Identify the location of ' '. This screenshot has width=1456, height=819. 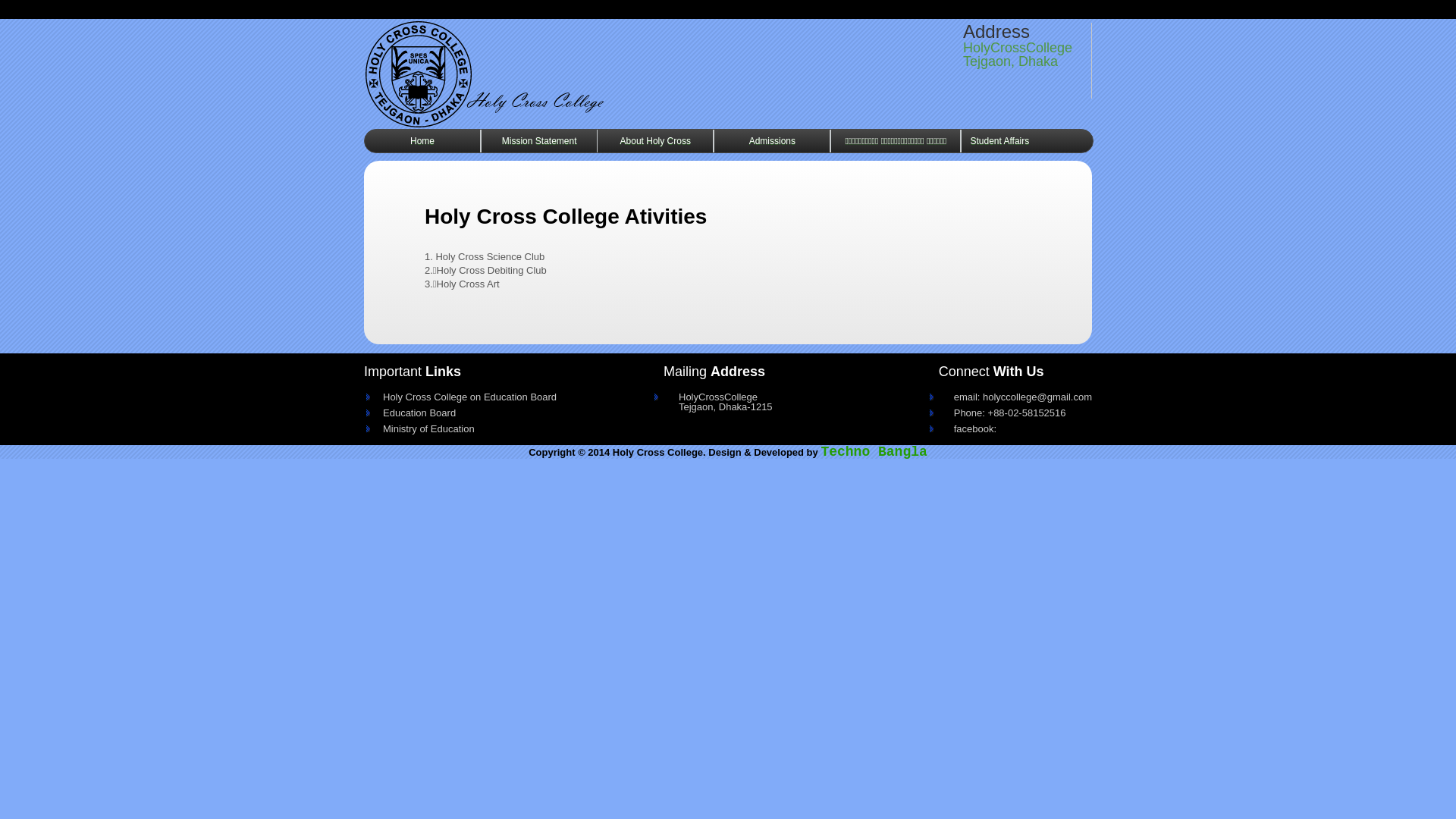
(364, 73).